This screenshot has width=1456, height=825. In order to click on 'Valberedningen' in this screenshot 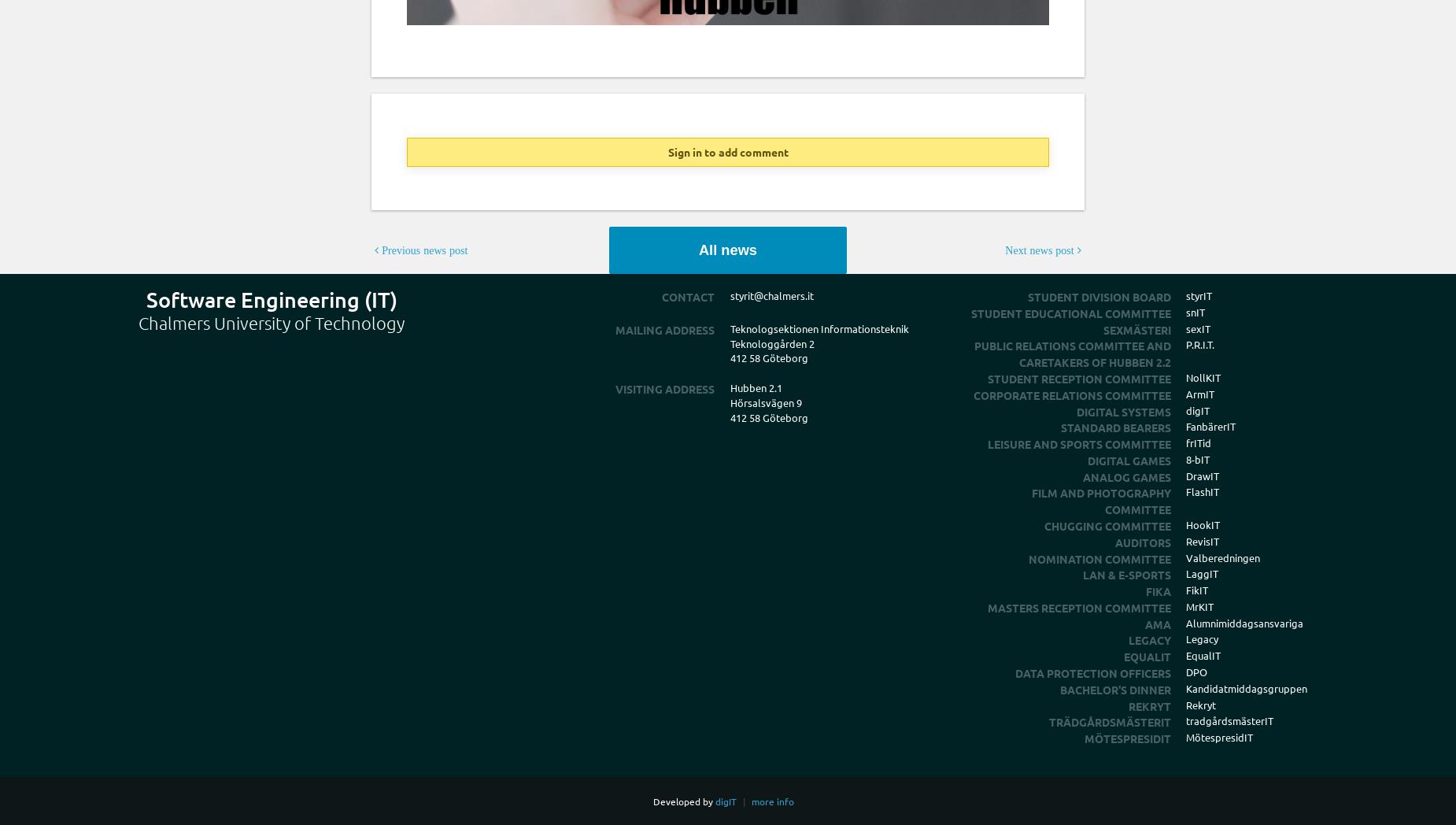, I will do `click(1223, 556)`.